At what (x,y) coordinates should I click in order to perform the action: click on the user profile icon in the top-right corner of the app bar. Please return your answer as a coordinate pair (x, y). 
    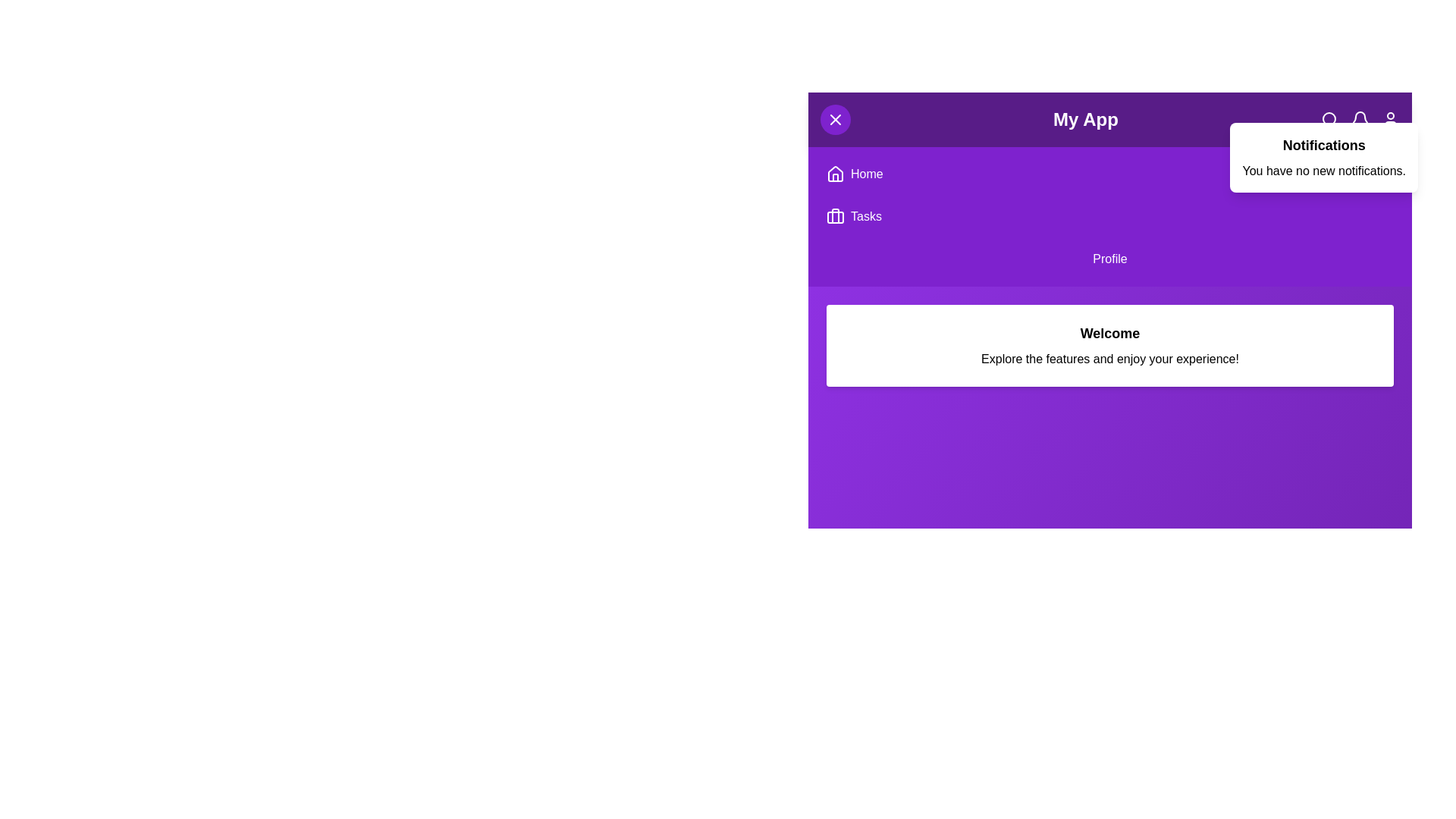
    Looking at the image, I should click on (1390, 119).